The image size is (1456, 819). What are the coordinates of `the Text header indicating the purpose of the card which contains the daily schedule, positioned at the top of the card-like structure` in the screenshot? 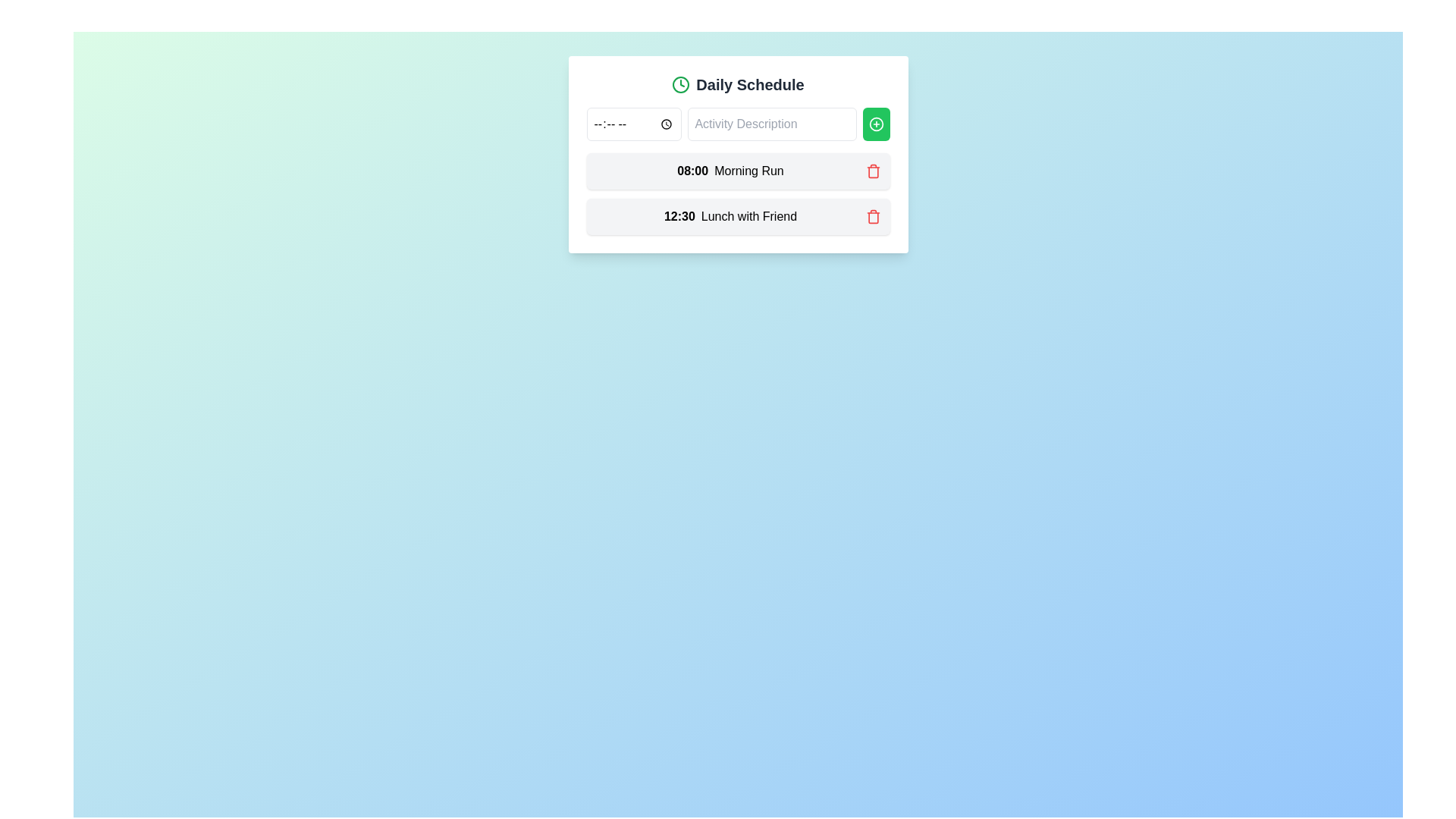 It's located at (738, 84).